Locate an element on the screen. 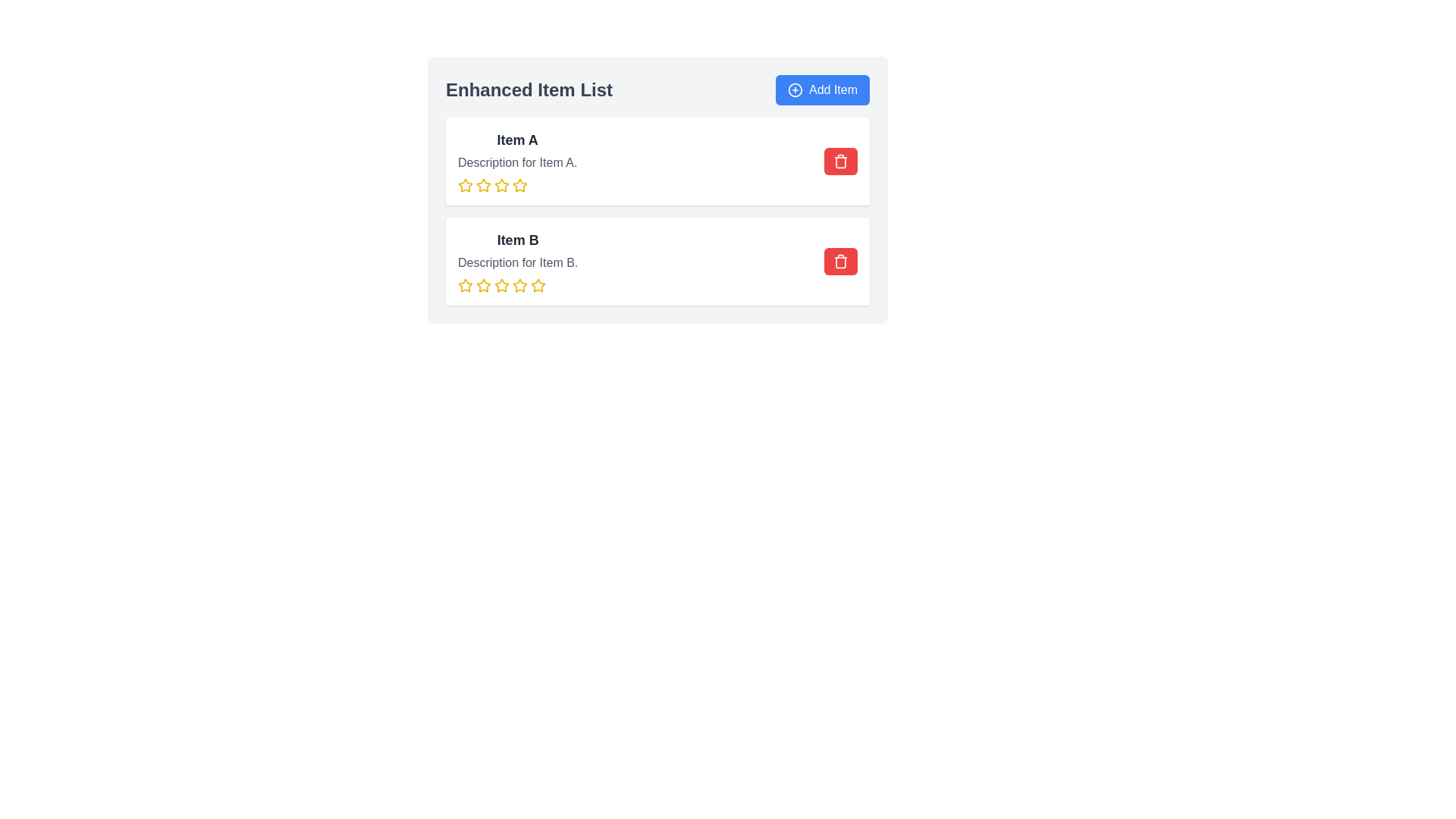  the fourth star-shaped icon representing a rating for 'Item A' is located at coordinates (520, 185).